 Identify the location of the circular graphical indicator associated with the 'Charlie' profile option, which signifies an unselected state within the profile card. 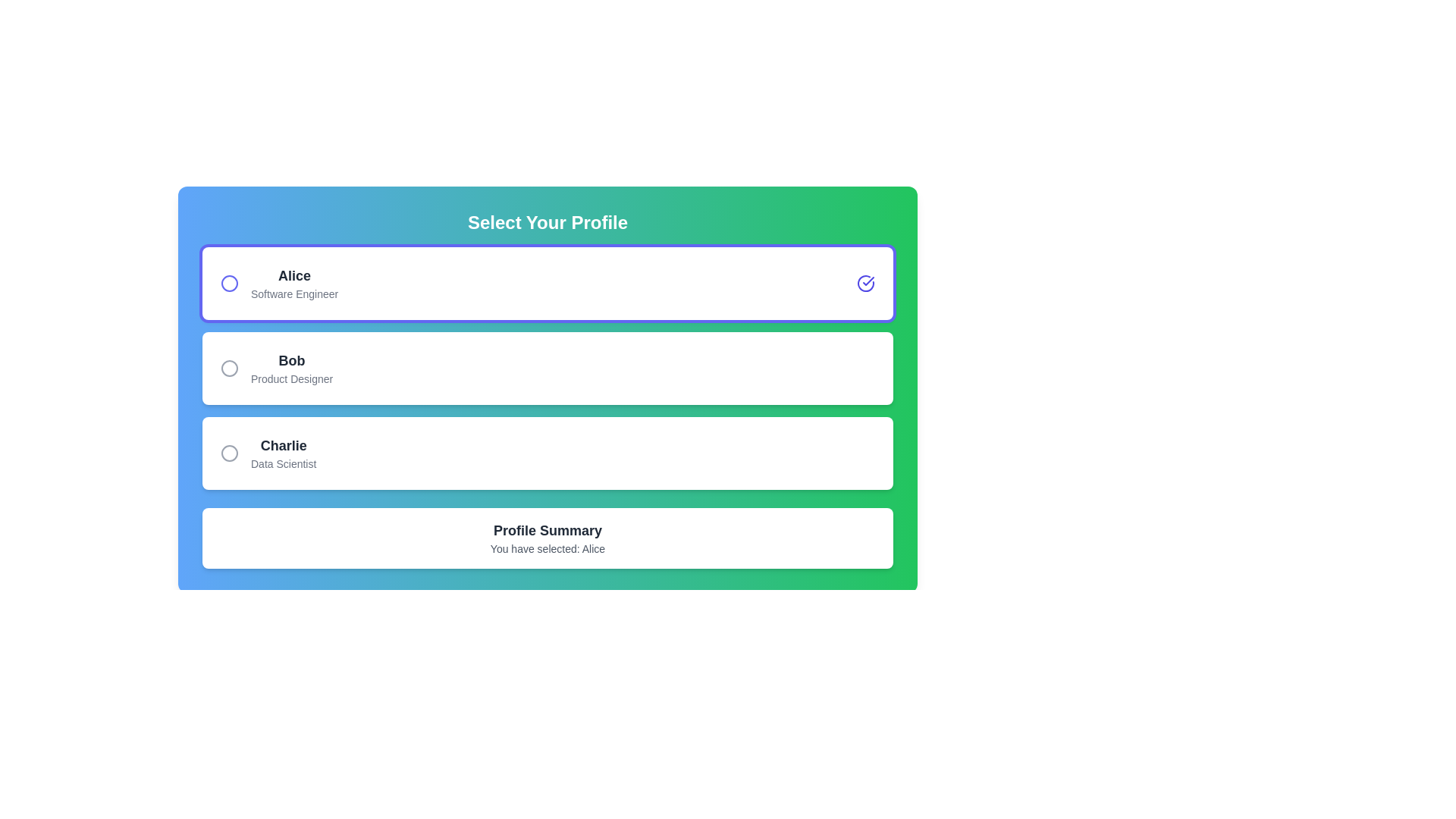
(228, 452).